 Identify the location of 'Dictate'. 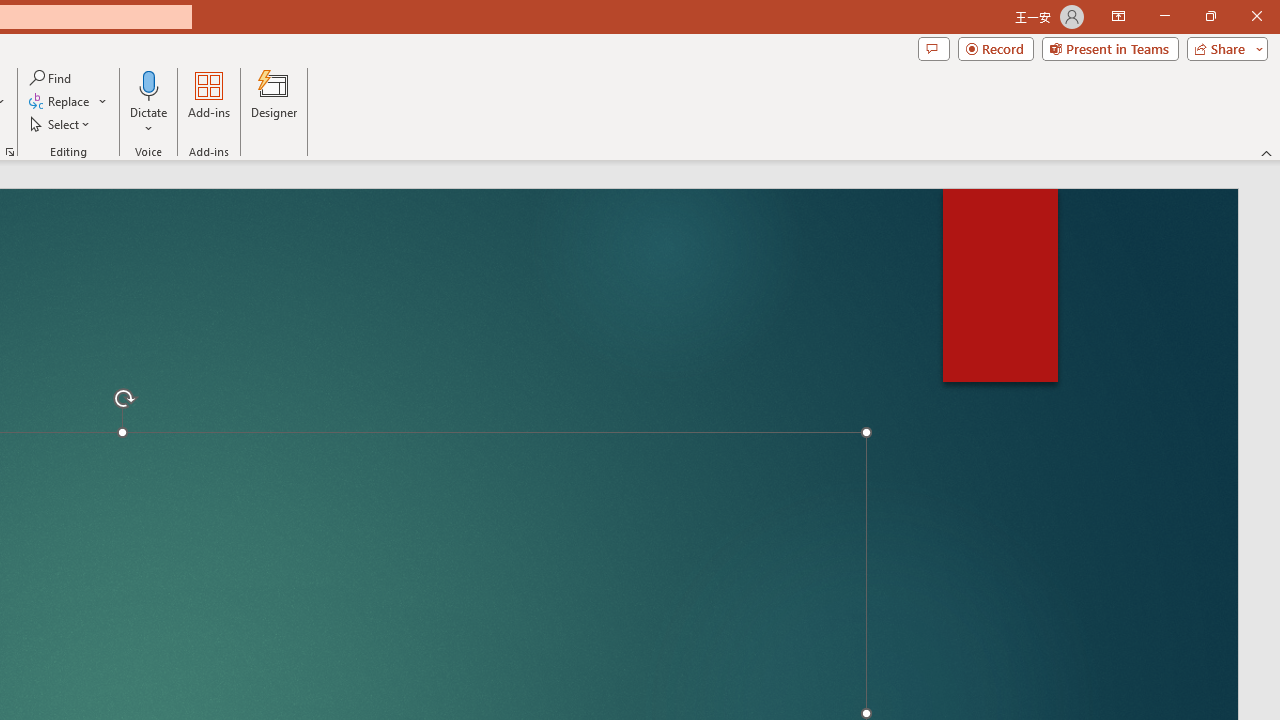
(148, 84).